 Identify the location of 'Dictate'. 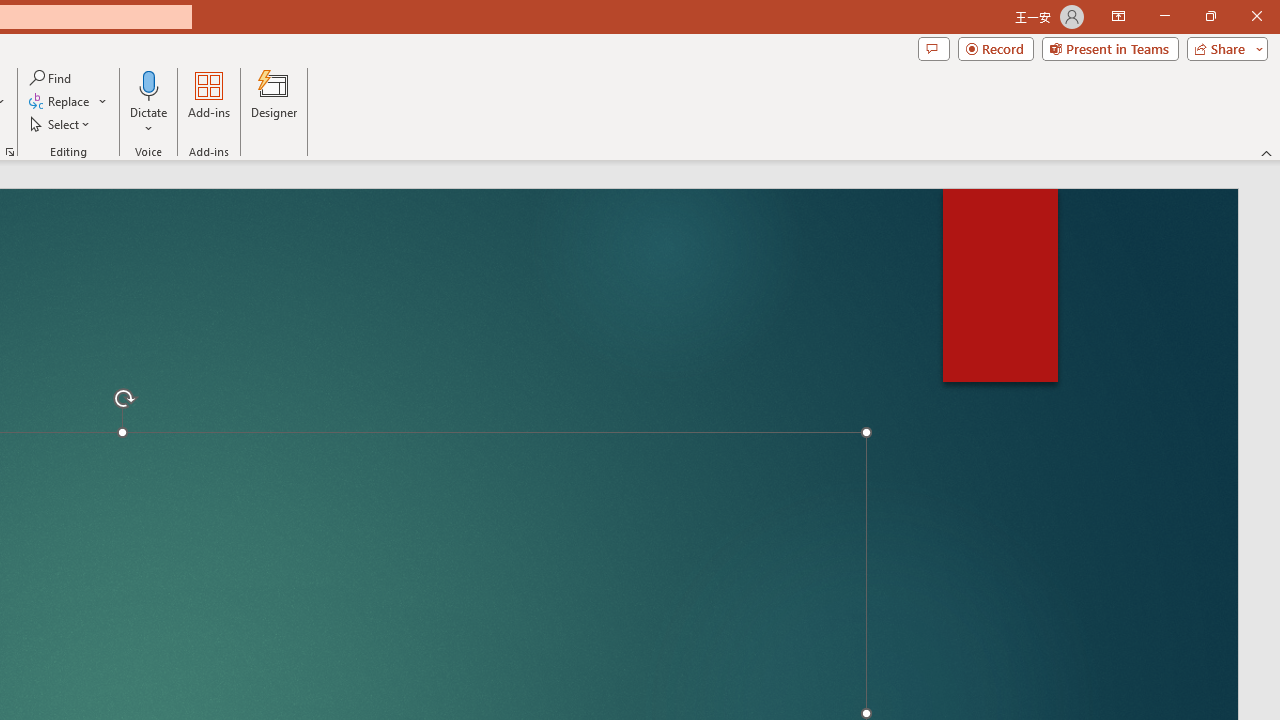
(148, 84).